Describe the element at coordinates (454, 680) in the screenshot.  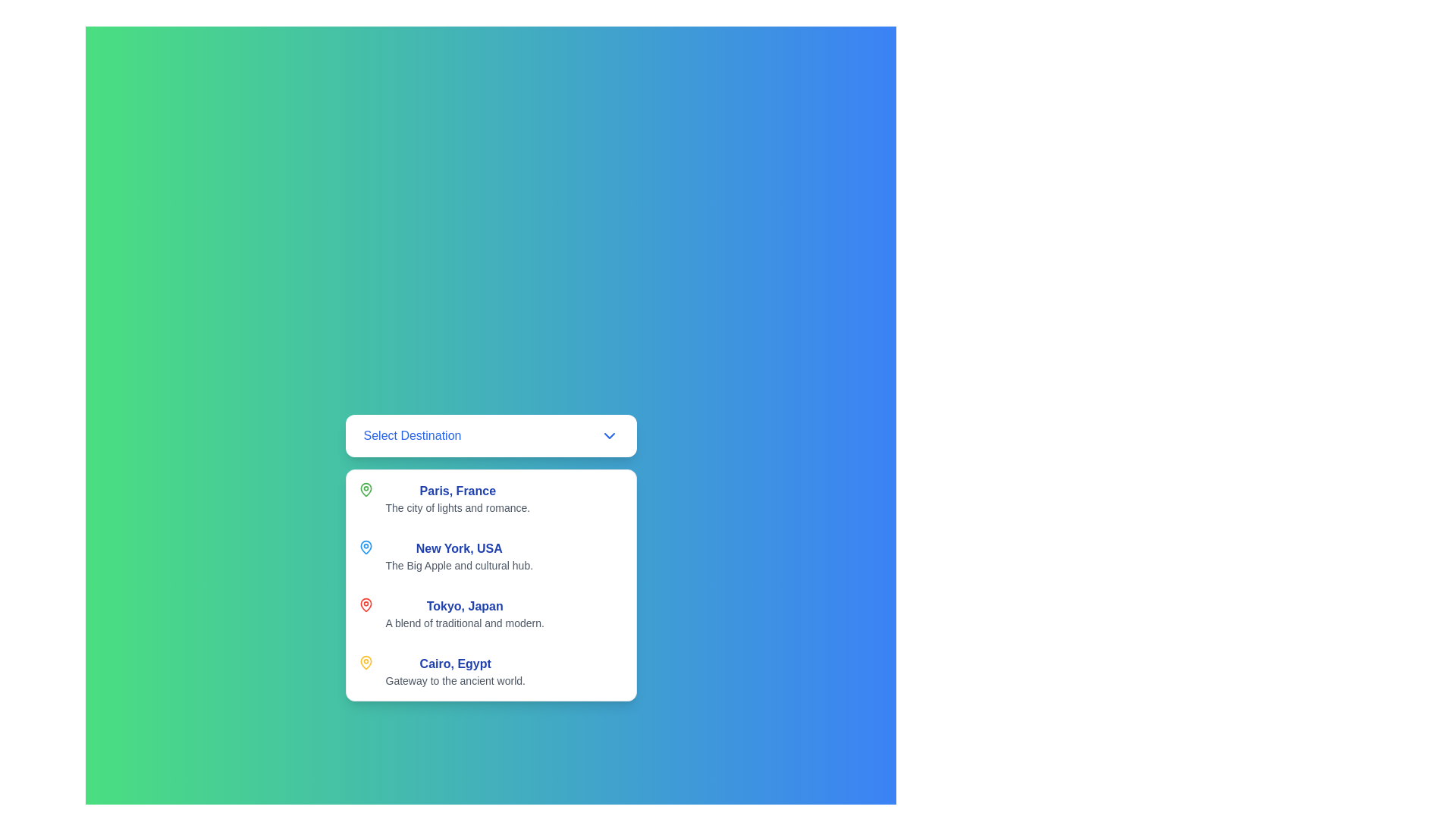
I see `the text label displaying 'Gateway to the ancient world.' located beneath 'Cairo, Egypt' in the dropdown menu` at that location.